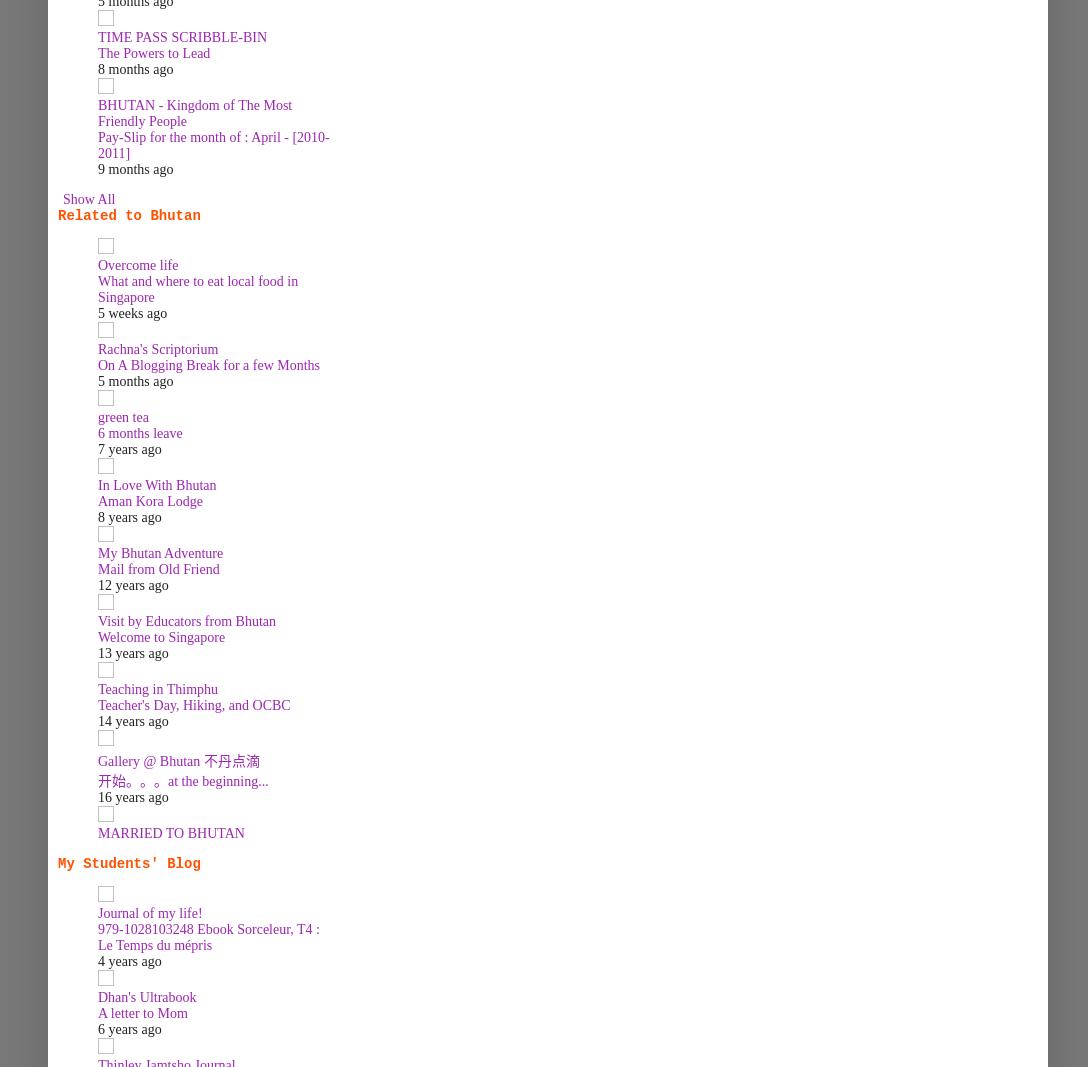 This screenshot has width=1088, height=1067. What do you see at coordinates (193, 112) in the screenshot?
I see `'BHUTAN - Kingdom of The Most Friendly People'` at bounding box center [193, 112].